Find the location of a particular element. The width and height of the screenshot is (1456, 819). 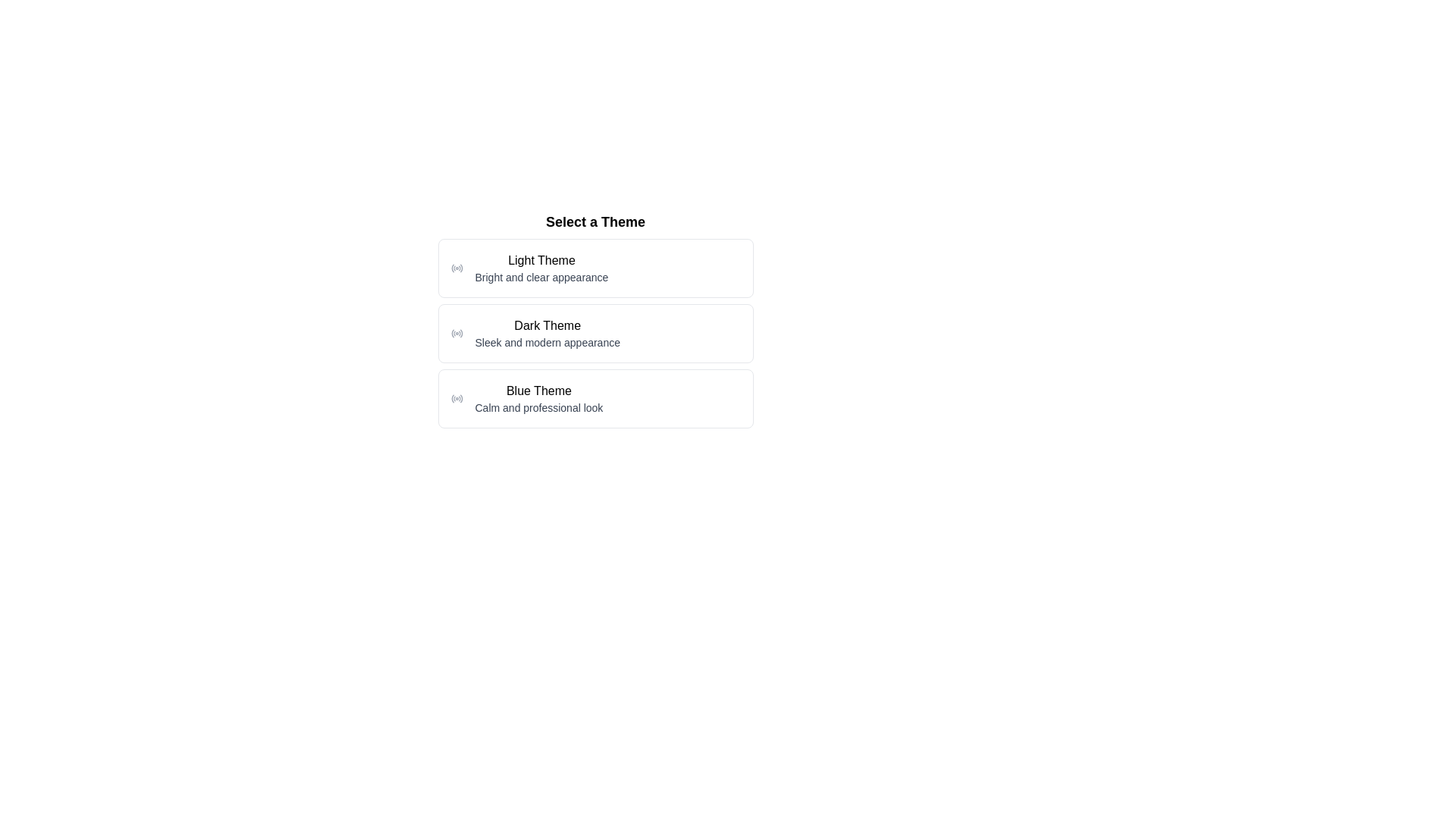

text label that serves as the title for the 'Dark Theme' option in the theme selection interface, positioned in the middle option of the vertically-stacked list is located at coordinates (547, 325).